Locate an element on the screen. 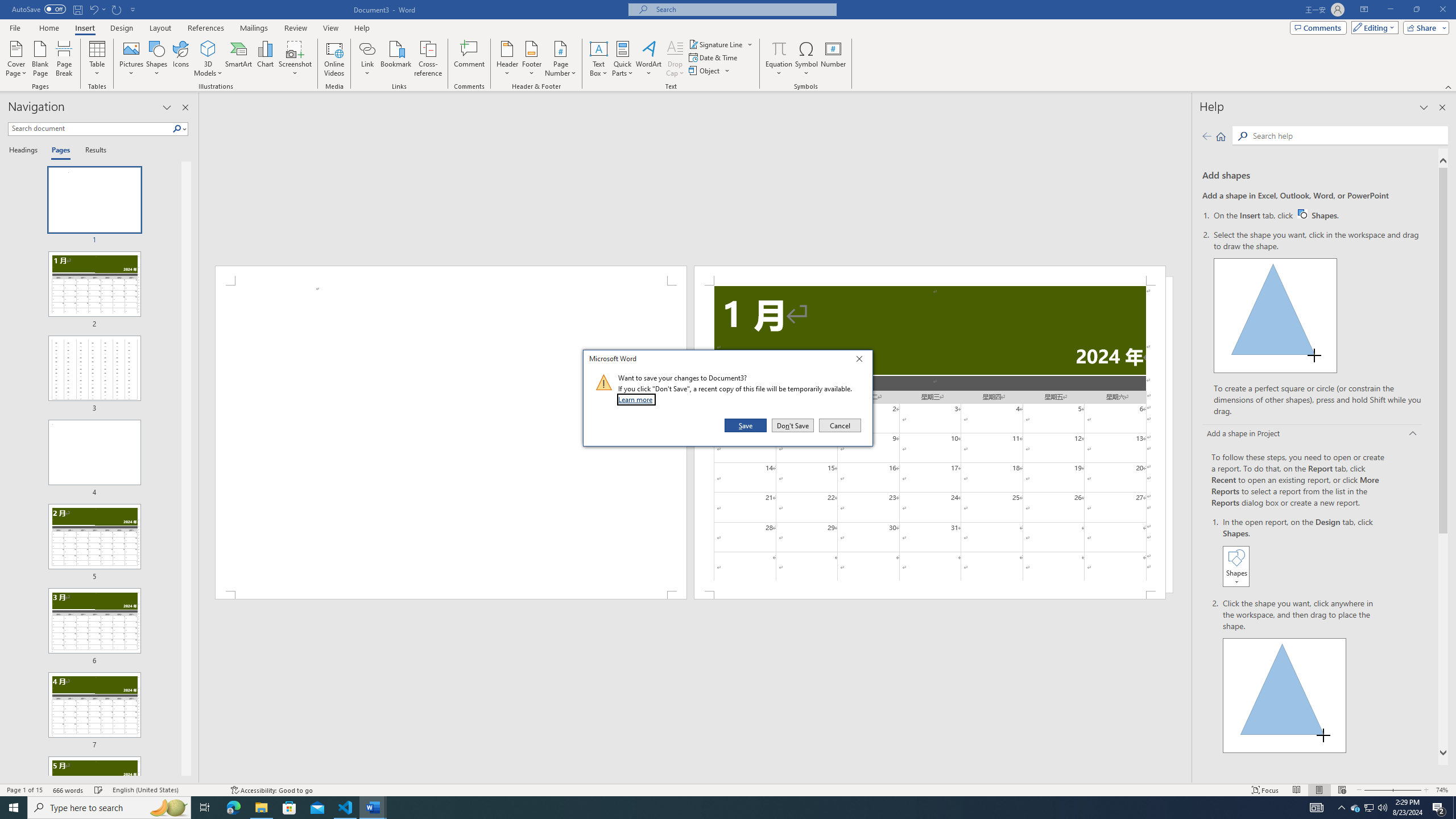 This screenshot has width=1456, height=819. 'Signature Line' is located at coordinates (716, 44).